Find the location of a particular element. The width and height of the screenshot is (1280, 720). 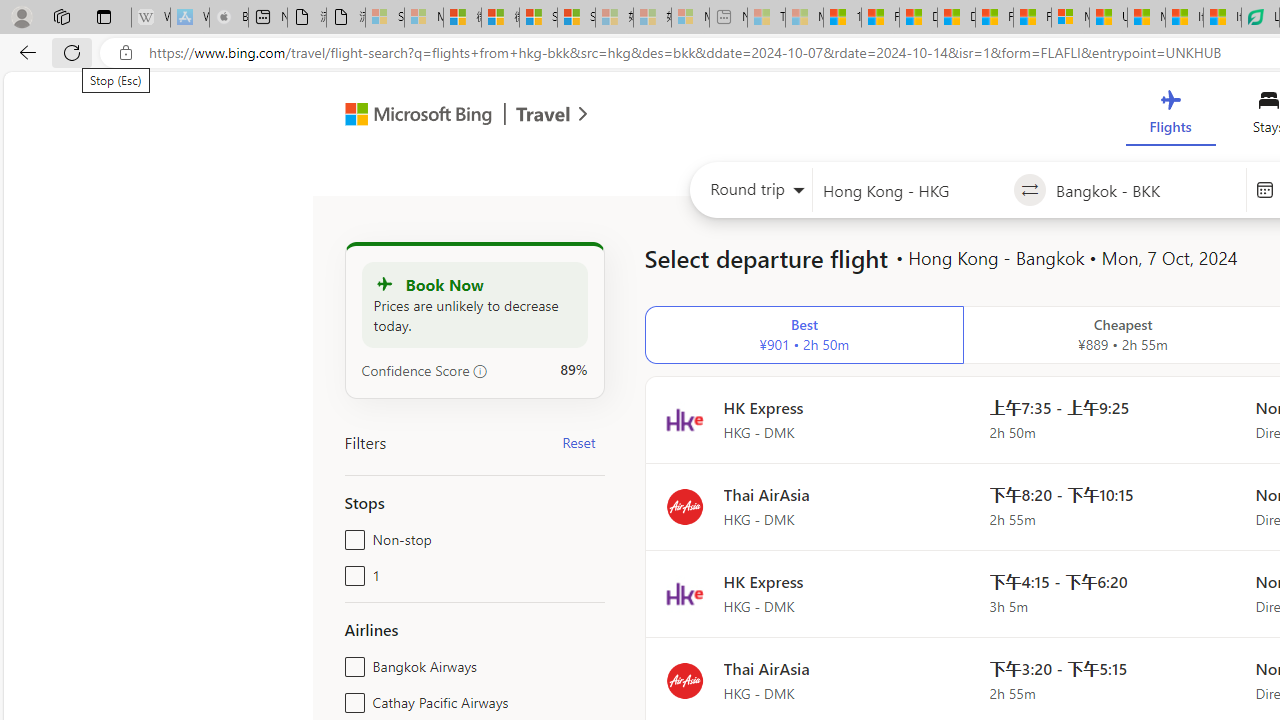

'Microsoft Start' is located at coordinates (1146, 17).